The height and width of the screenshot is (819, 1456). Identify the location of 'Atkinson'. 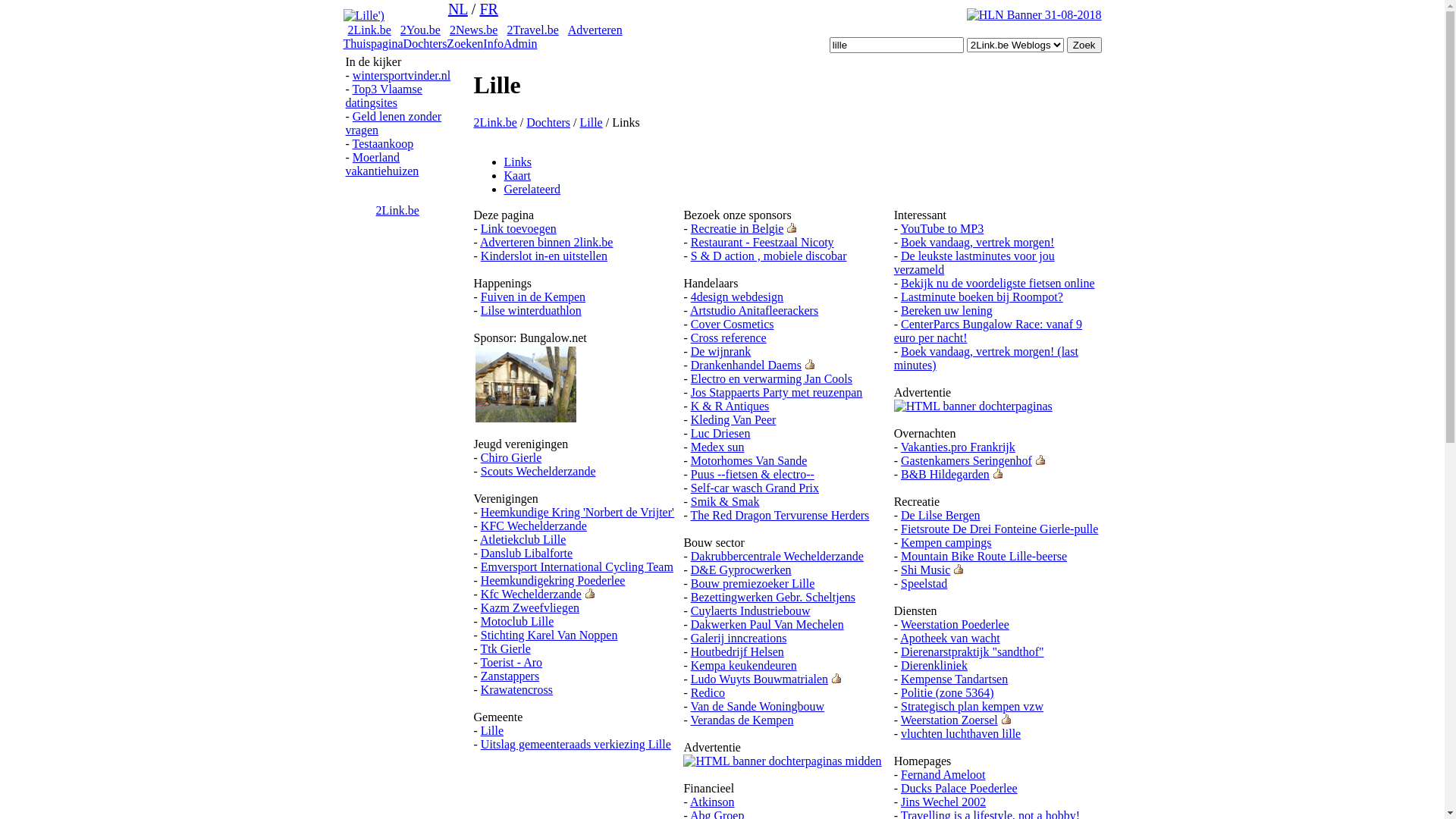
(711, 801).